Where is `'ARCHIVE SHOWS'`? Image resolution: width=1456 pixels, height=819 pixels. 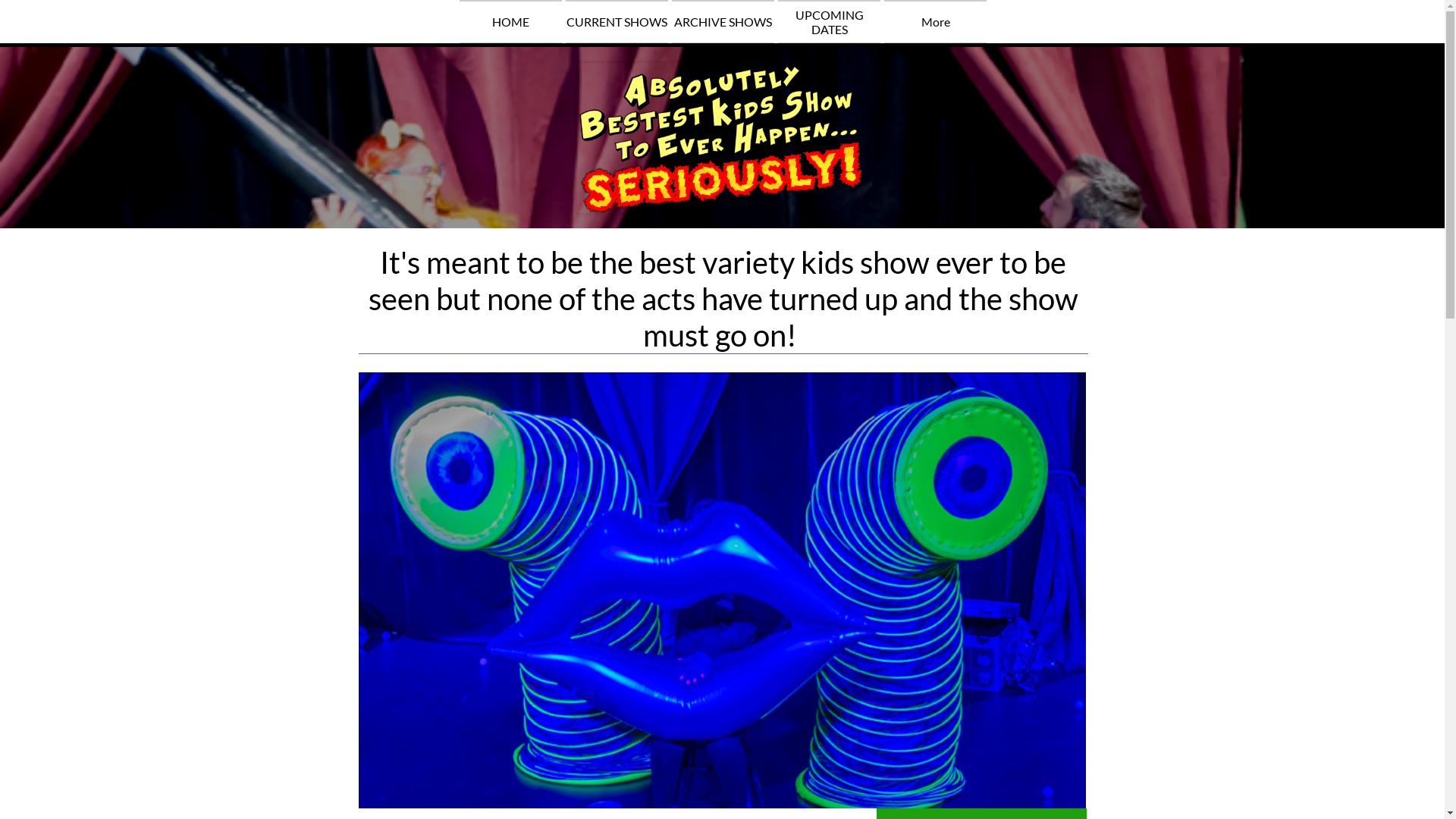 'ARCHIVE SHOWS' is located at coordinates (722, 21).